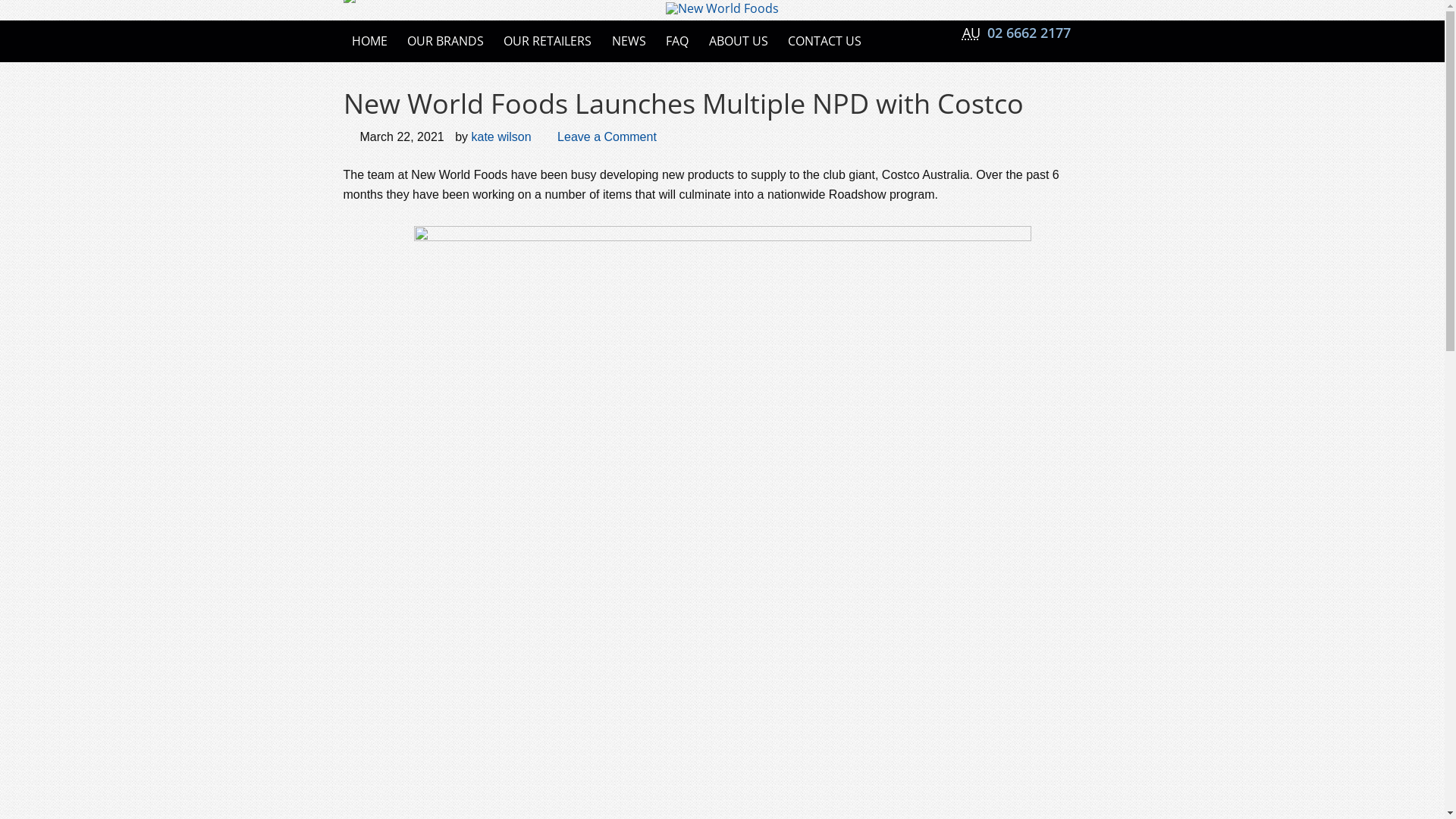  What do you see at coordinates (469, 136) in the screenshot?
I see `'kate wilson'` at bounding box center [469, 136].